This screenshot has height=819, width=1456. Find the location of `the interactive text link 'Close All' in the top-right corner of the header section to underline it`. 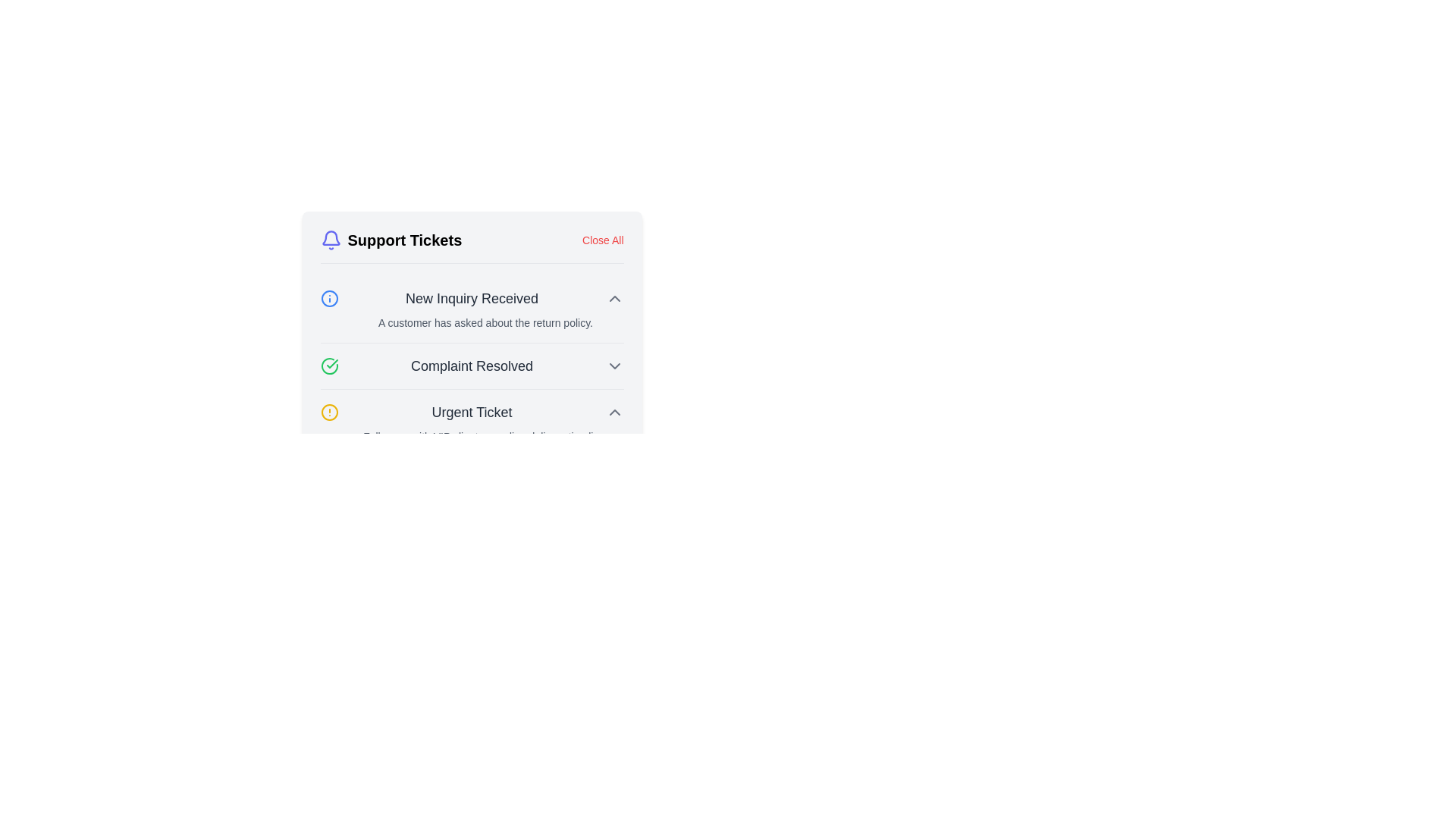

the interactive text link 'Close All' in the top-right corner of the header section to underline it is located at coordinates (602, 239).